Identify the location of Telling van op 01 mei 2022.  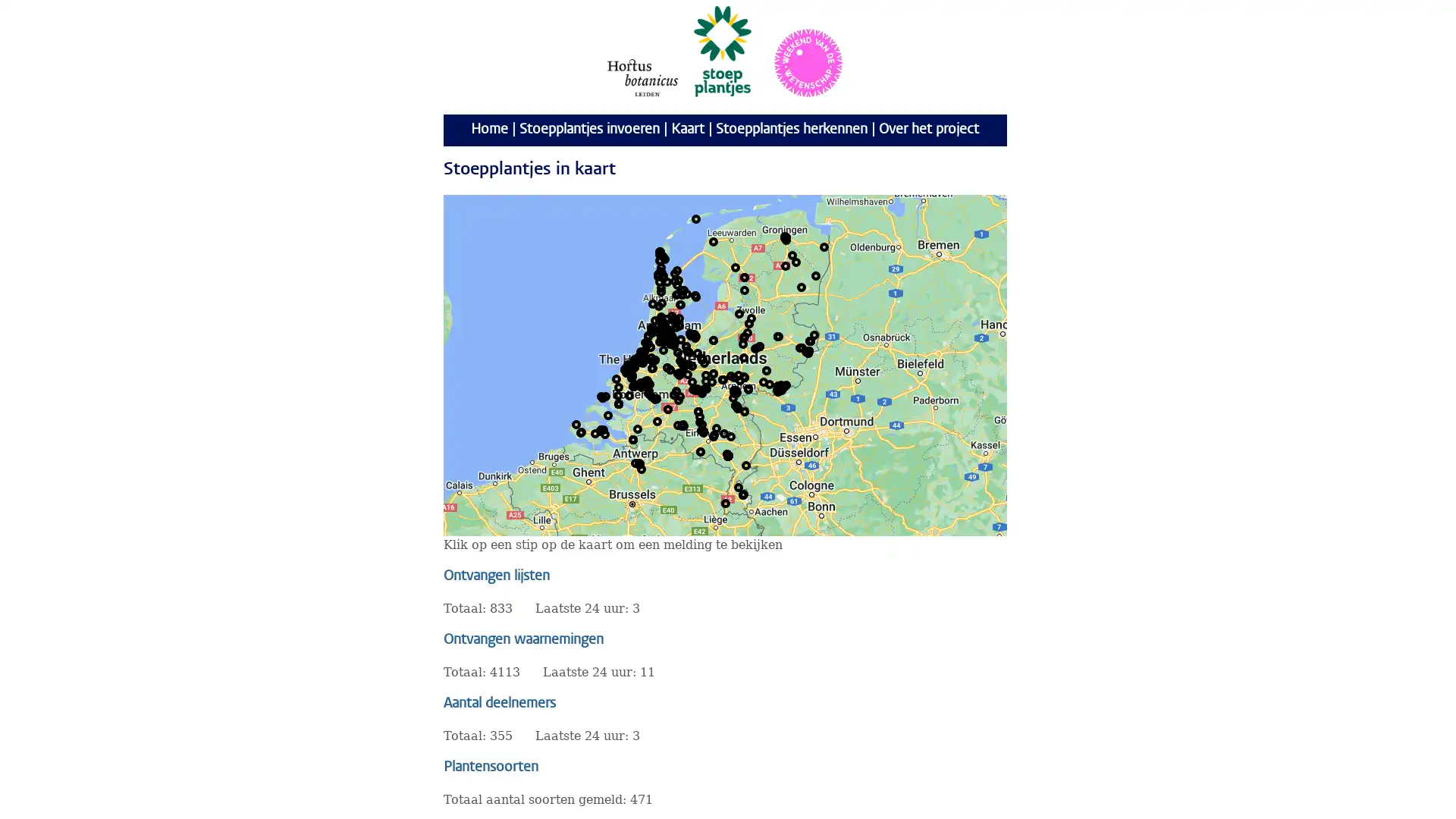
(713, 435).